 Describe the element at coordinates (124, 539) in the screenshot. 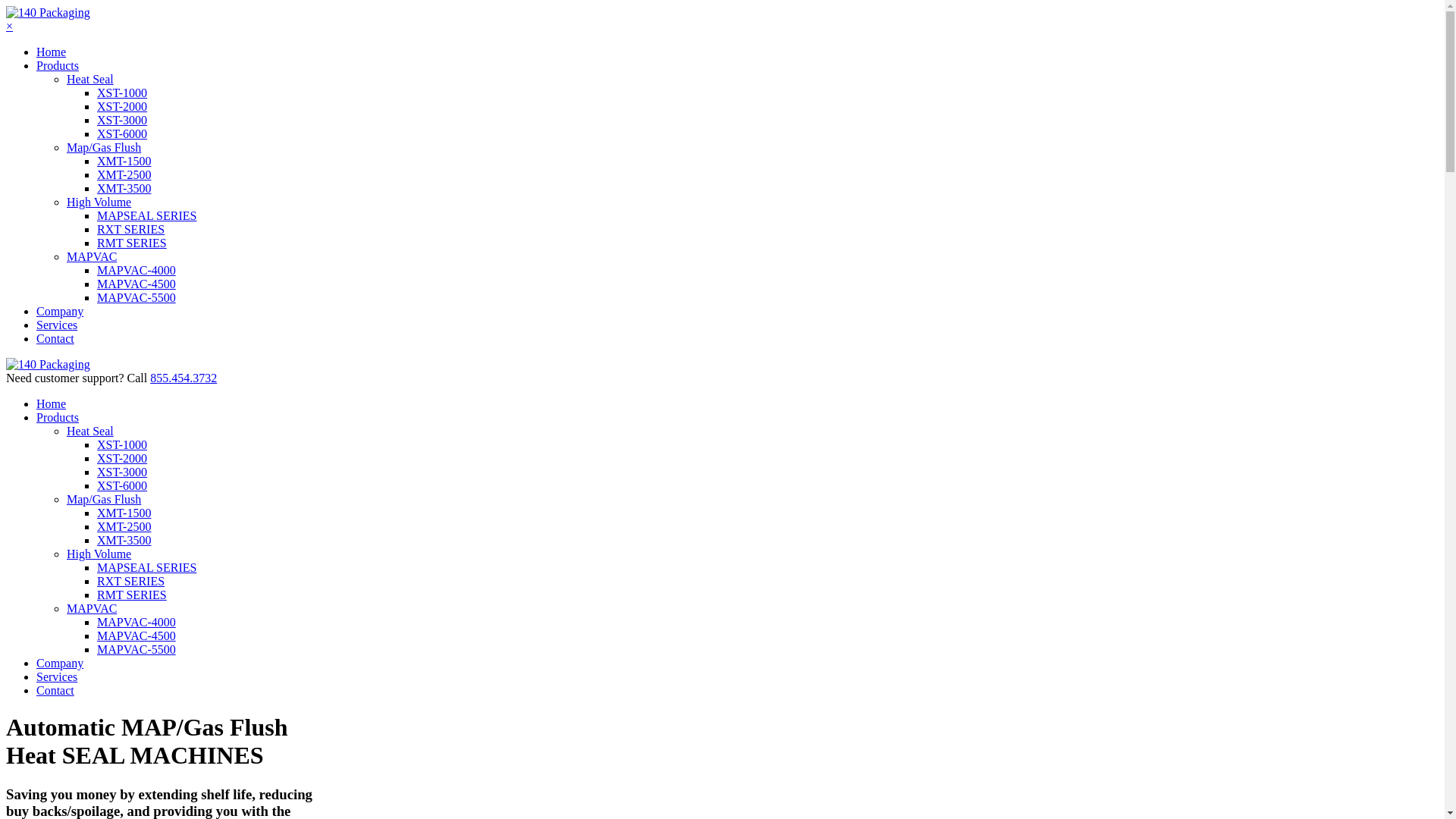

I see `'XMT-3500'` at that location.